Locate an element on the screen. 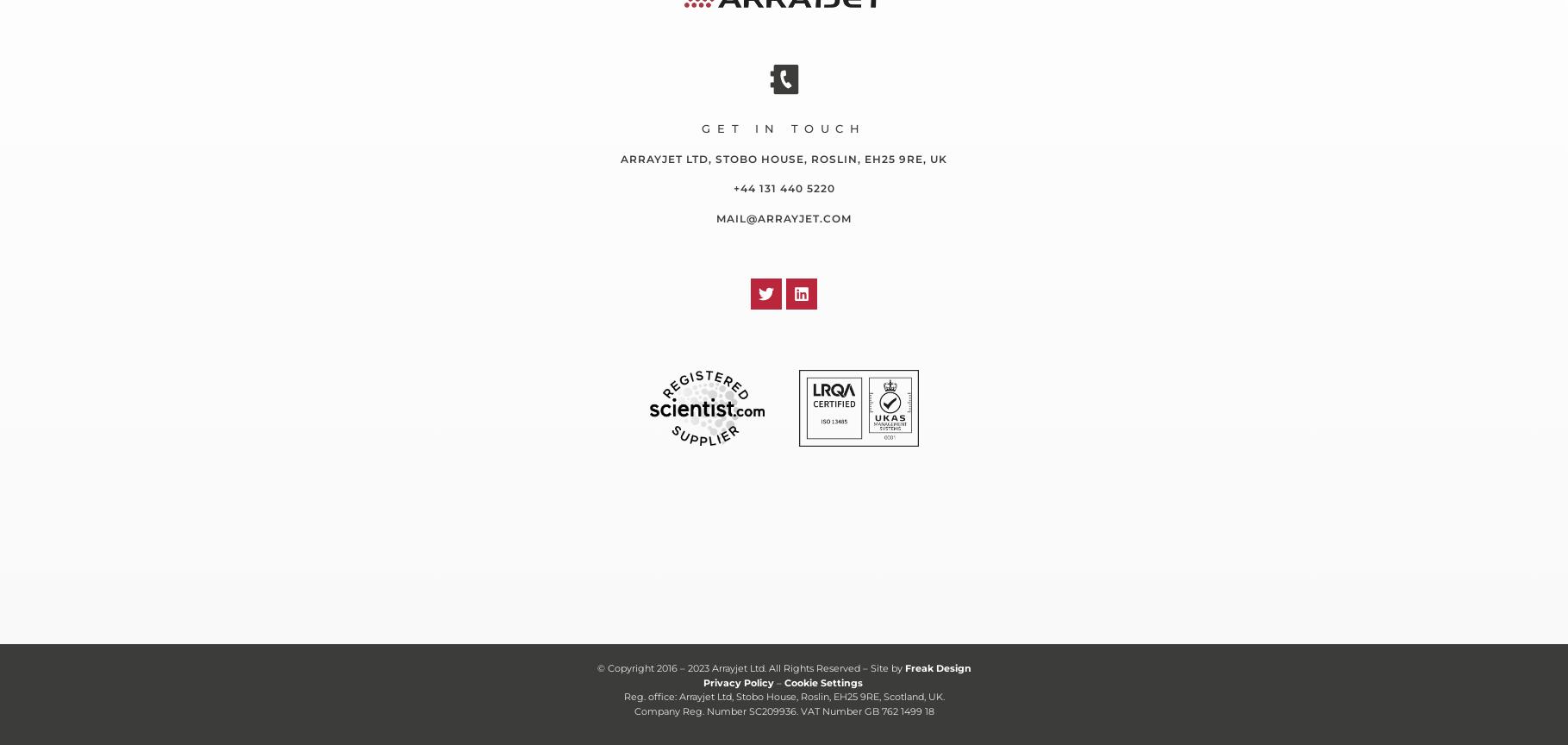 The image size is (1568, 745). 'Privacy Policy' is located at coordinates (738, 680).